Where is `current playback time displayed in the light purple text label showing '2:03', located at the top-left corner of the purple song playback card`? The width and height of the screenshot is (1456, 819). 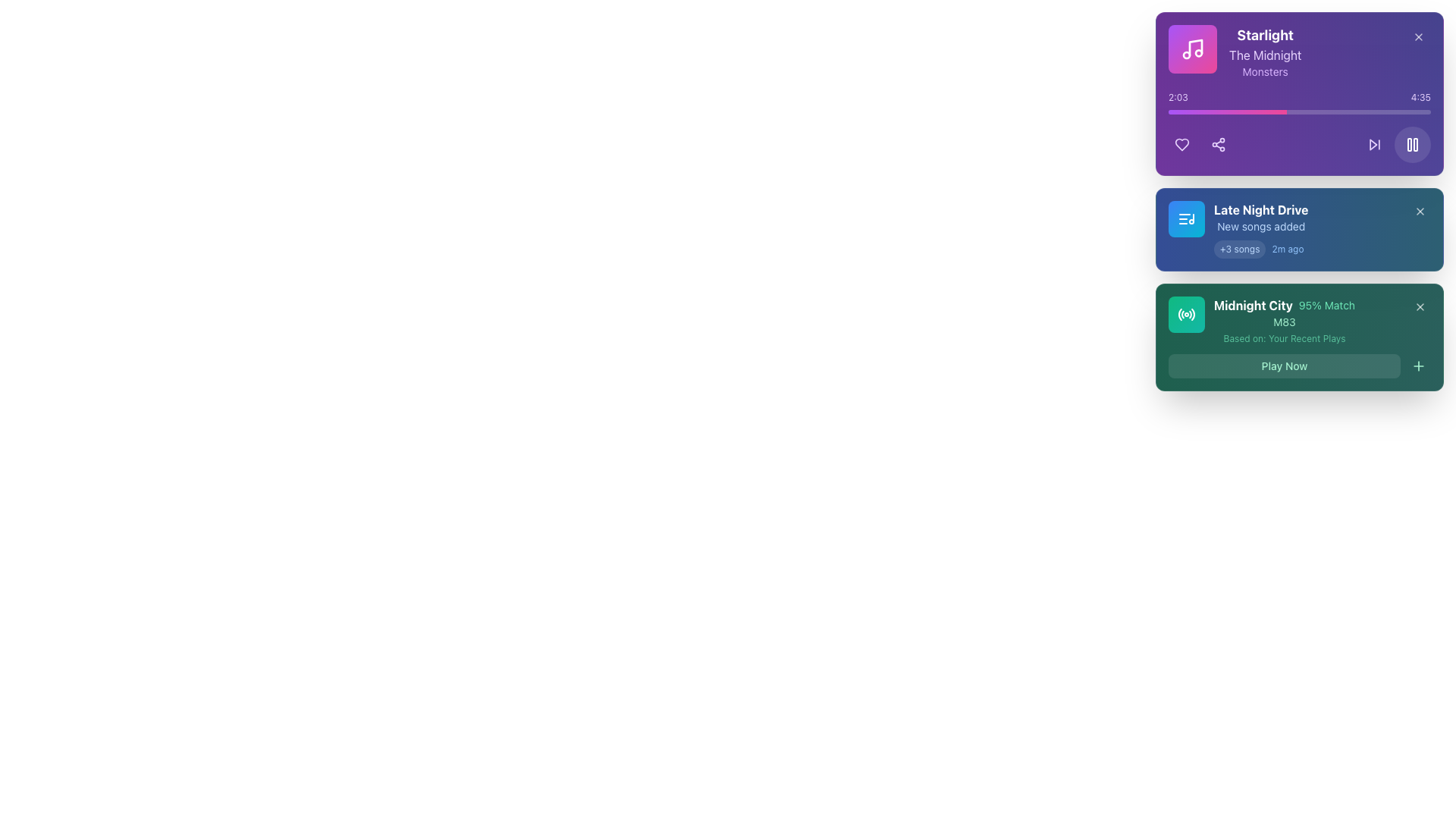
current playback time displayed in the light purple text label showing '2:03', located at the top-left corner of the purple song playback card is located at coordinates (1177, 97).